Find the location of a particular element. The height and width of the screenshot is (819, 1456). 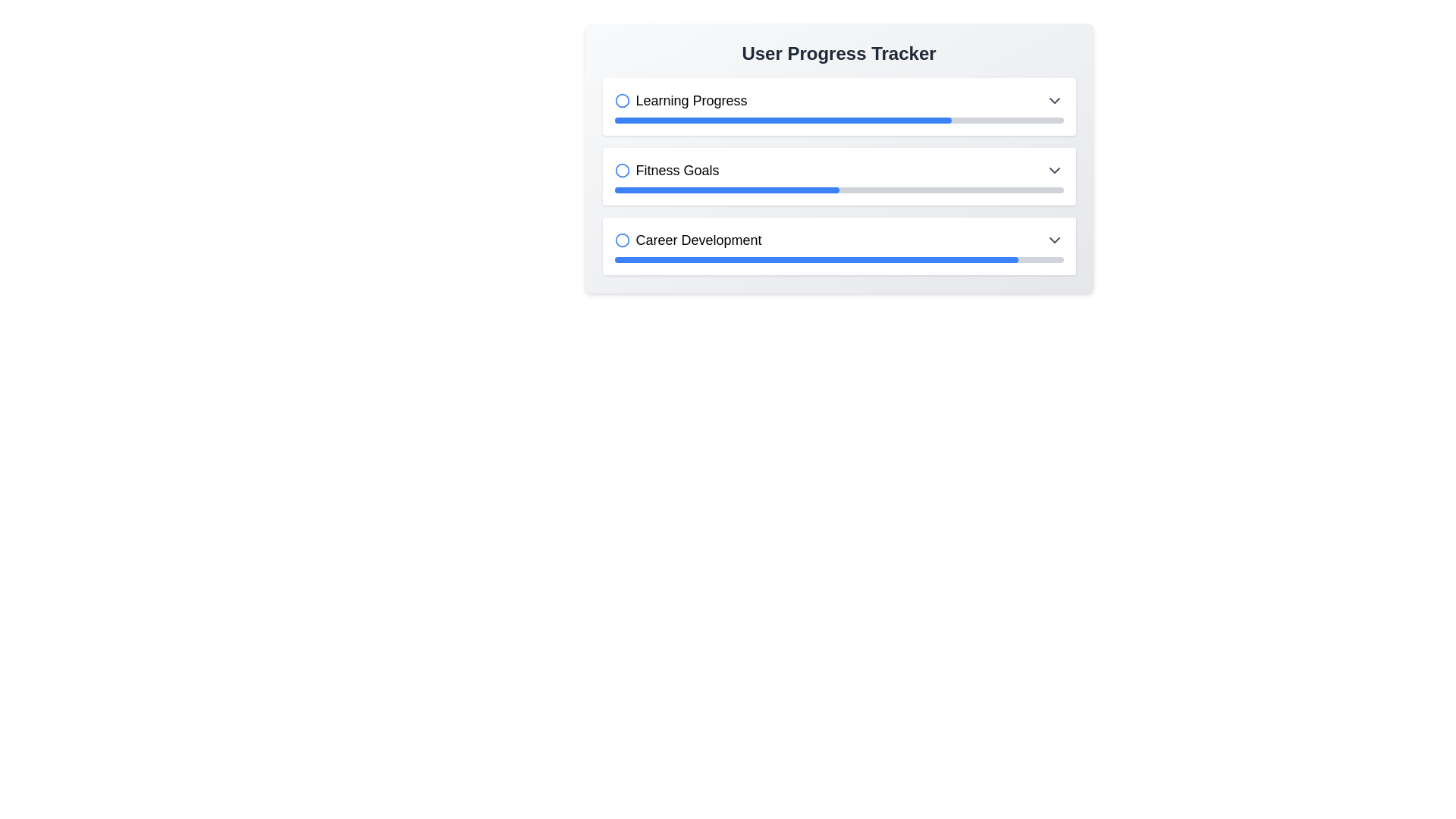

the dropdown toggle button located at the far right of the 'Fitness Goals' section is located at coordinates (1053, 170).